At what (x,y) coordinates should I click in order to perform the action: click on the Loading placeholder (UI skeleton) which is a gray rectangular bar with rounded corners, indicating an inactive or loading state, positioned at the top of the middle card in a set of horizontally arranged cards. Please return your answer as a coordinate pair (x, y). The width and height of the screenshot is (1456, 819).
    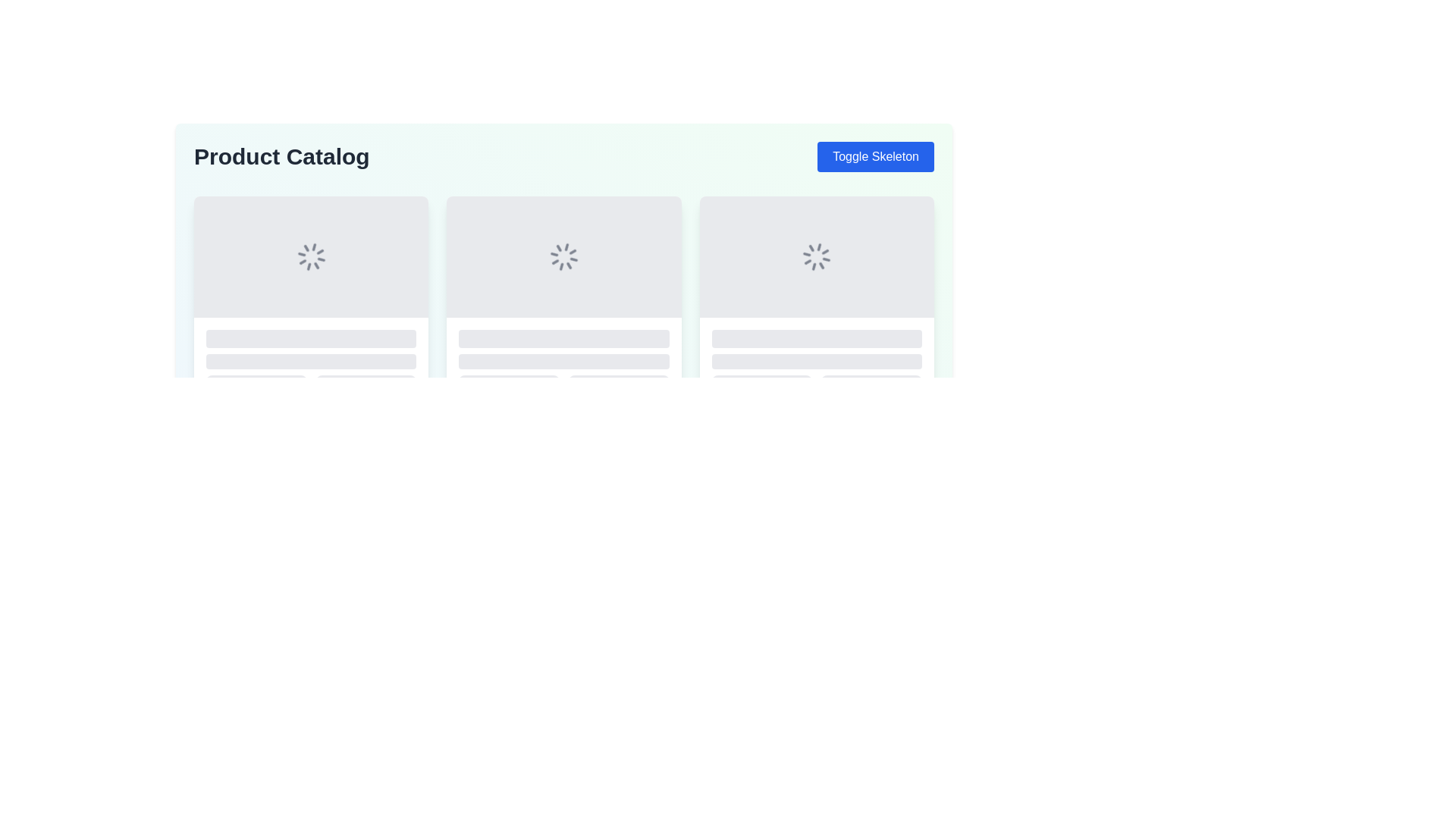
    Looking at the image, I should click on (816, 338).